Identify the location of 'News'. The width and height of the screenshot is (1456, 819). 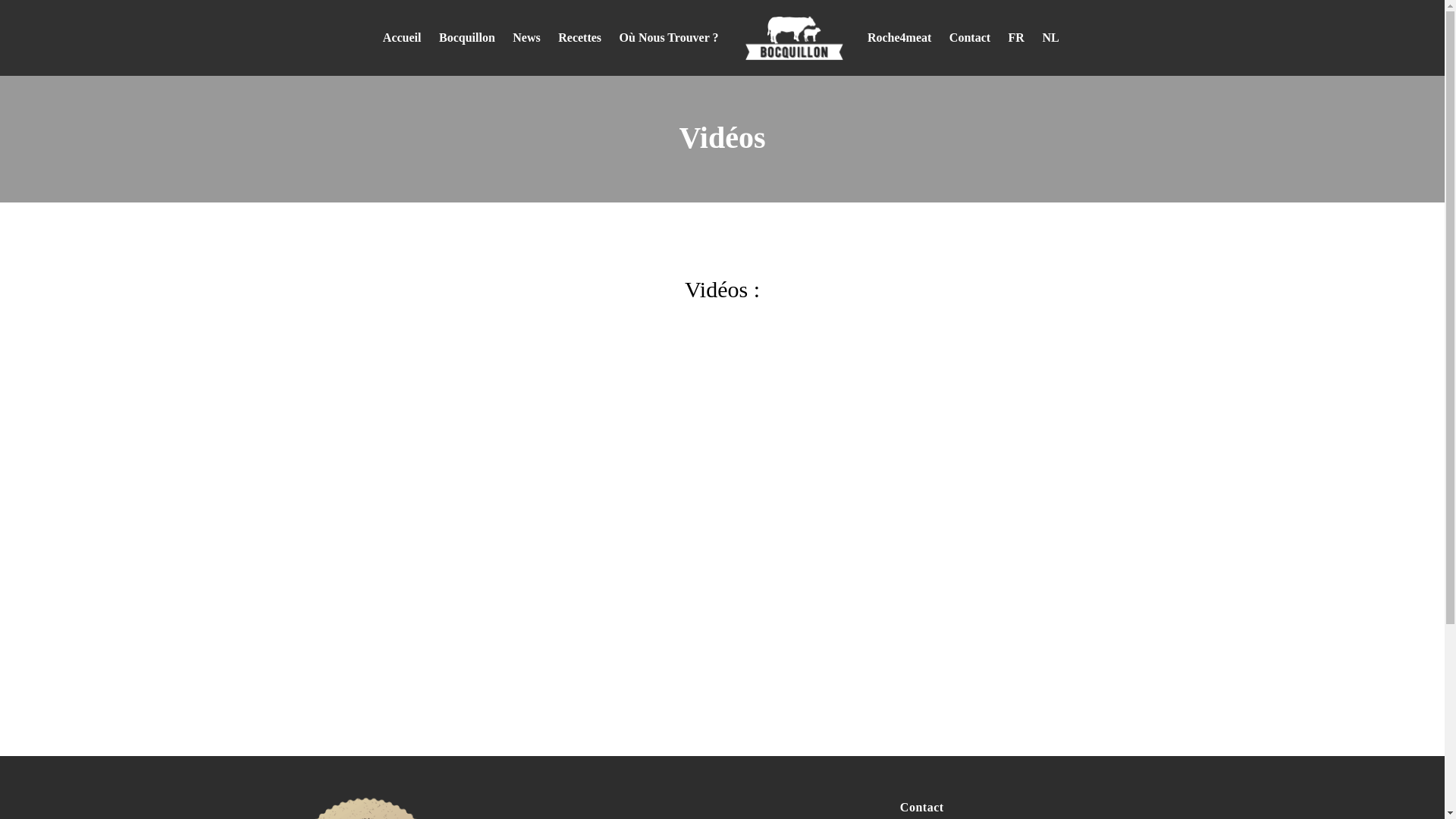
(526, 37).